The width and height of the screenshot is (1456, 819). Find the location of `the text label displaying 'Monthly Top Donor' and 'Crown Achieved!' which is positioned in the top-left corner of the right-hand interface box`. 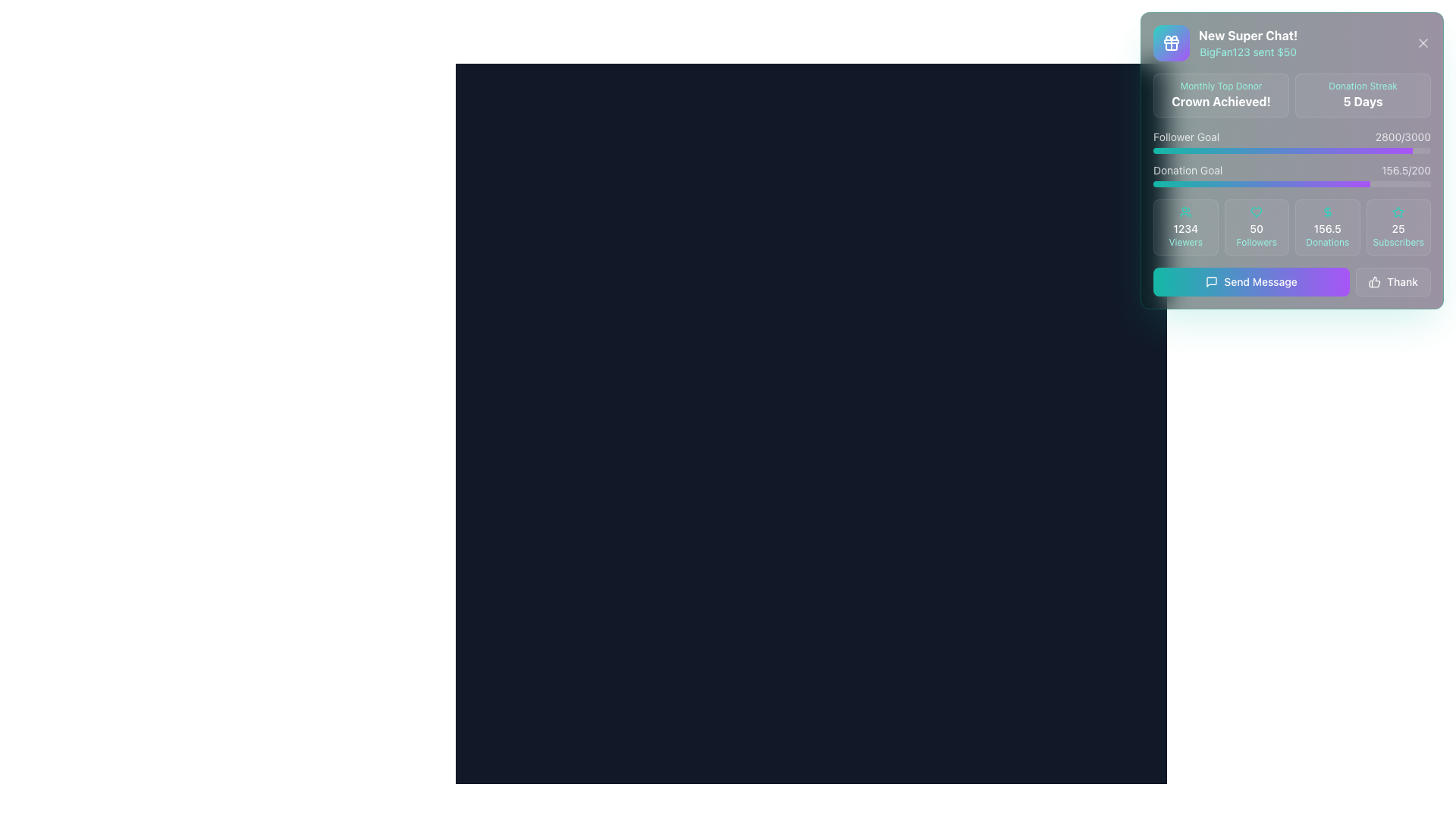

the text label displaying 'Monthly Top Donor' and 'Crown Achieved!' which is positioned in the top-left corner of the right-hand interface box is located at coordinates (1221, 96).